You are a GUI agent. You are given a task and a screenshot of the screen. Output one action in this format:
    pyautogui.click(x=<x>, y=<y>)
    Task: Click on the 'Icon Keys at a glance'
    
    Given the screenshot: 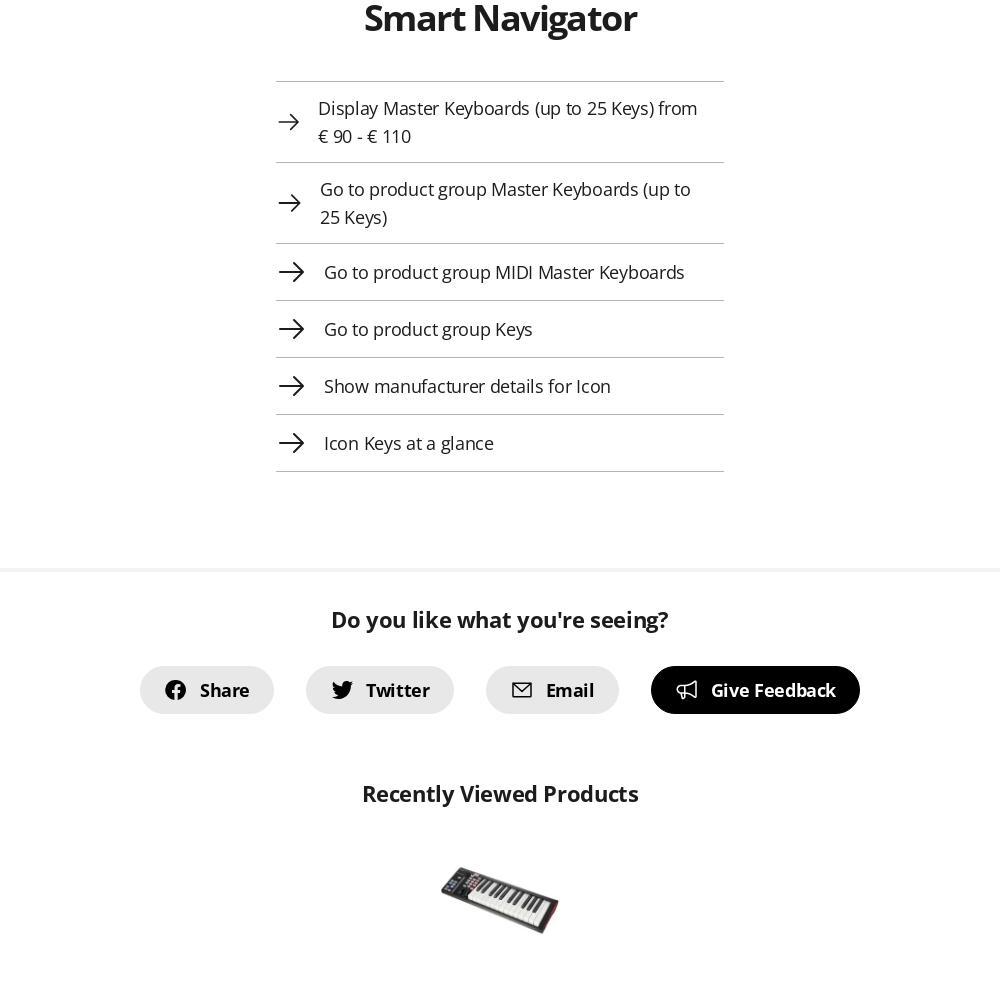 What is the action you would take?
    pyautogui.click(x=323, y=442)
    